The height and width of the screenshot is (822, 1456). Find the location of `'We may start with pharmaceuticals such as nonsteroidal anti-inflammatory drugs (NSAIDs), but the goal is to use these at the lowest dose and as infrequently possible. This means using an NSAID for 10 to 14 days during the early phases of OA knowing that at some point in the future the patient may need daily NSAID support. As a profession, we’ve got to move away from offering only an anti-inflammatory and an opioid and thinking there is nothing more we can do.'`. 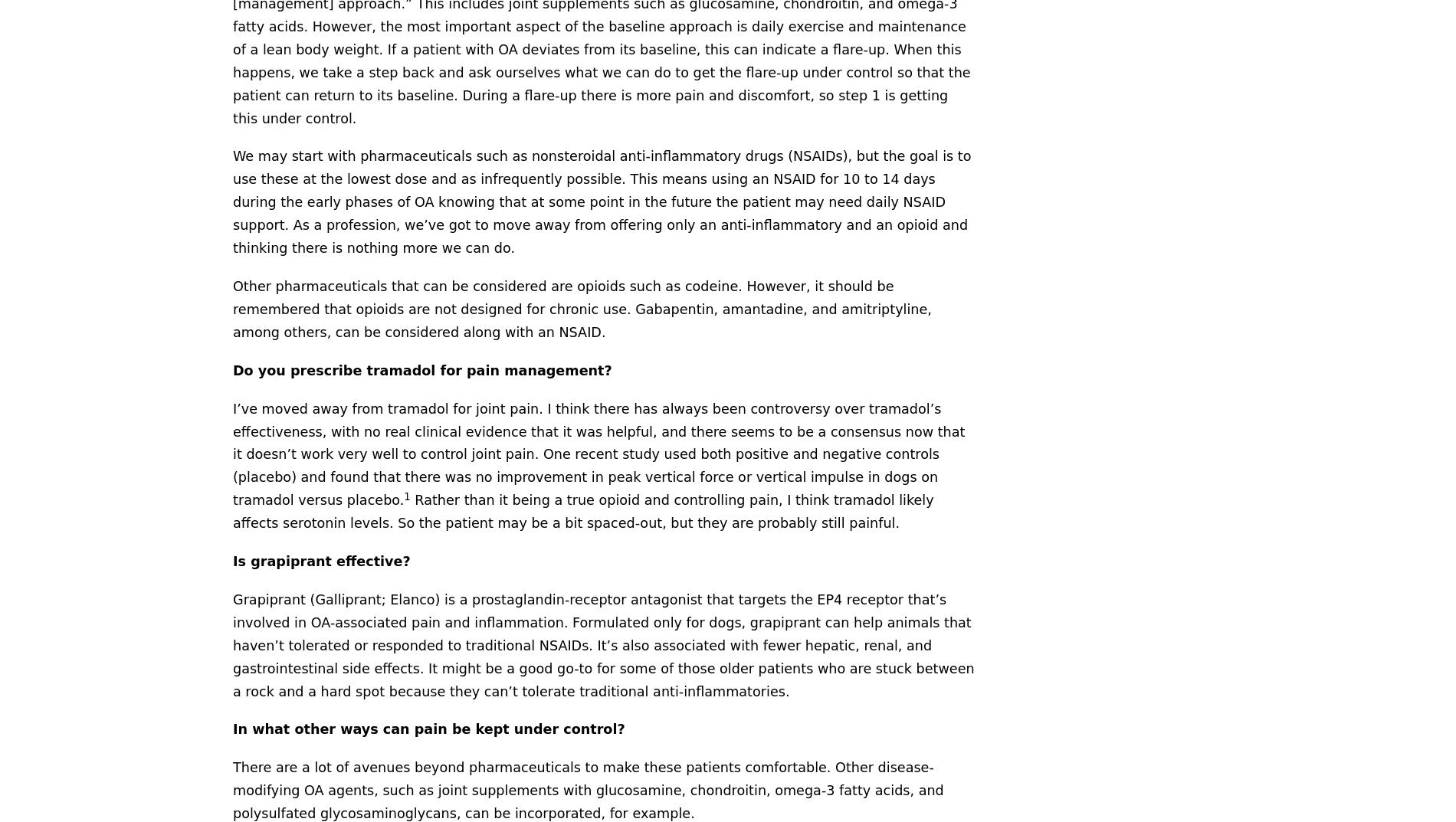

'We may start with pharmaceuticals such as nonsteroidal anti-inflammatory drugs (NSAIDs), but the goal is to use these at the lowest dose and as infrequently possible. This means using an NSAID for 10 to 14 days during the early phases of OA knowing that at some point in the future the patient may need daily NSAID support. As a profession, we’ve got to move away from offering only an anti-inflammatory and an opioid and thinking there is nothing more we can do.' is located at coordinates (601, 201).